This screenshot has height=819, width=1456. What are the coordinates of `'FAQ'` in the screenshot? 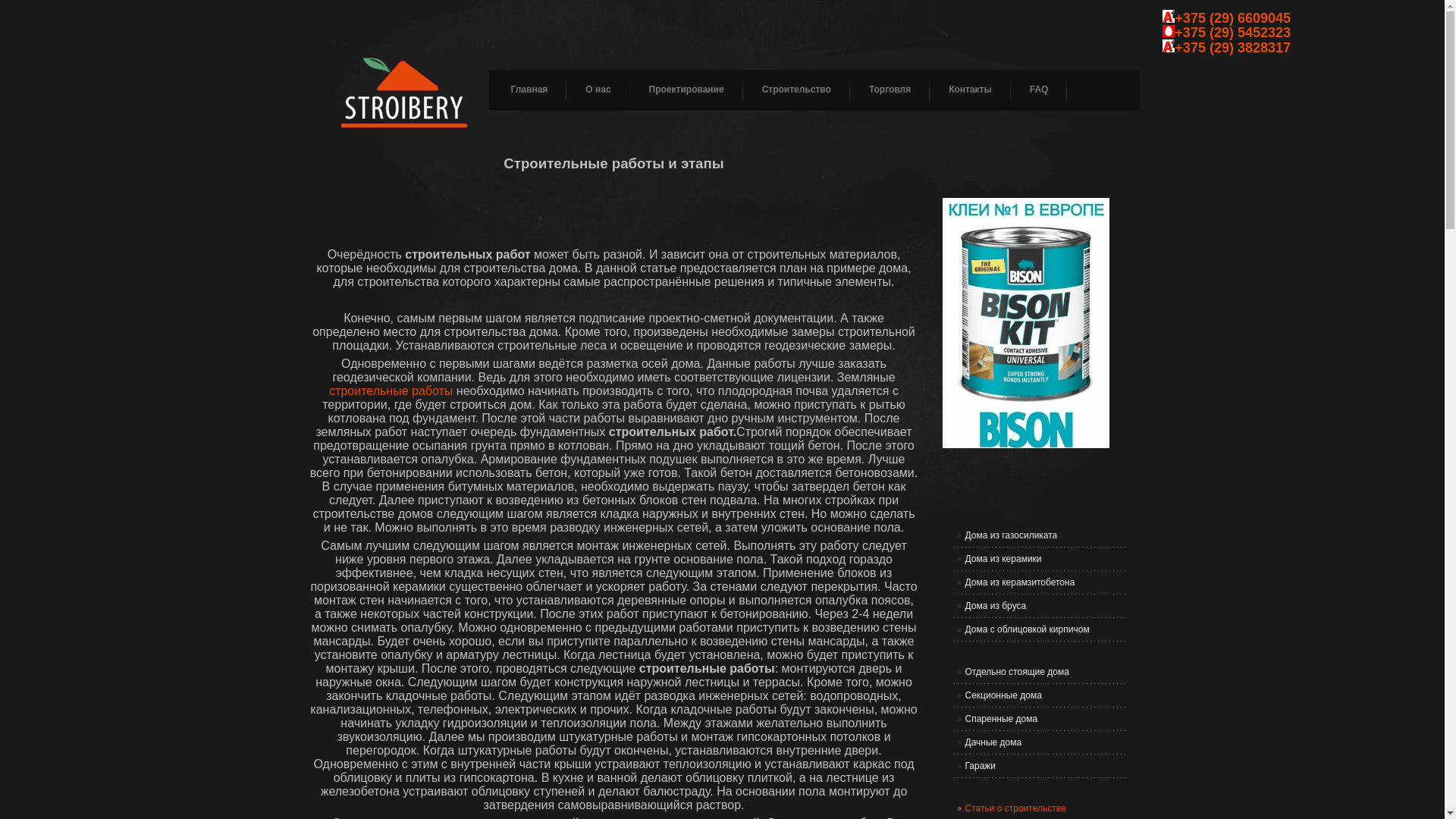 It's located at (1030, 89).